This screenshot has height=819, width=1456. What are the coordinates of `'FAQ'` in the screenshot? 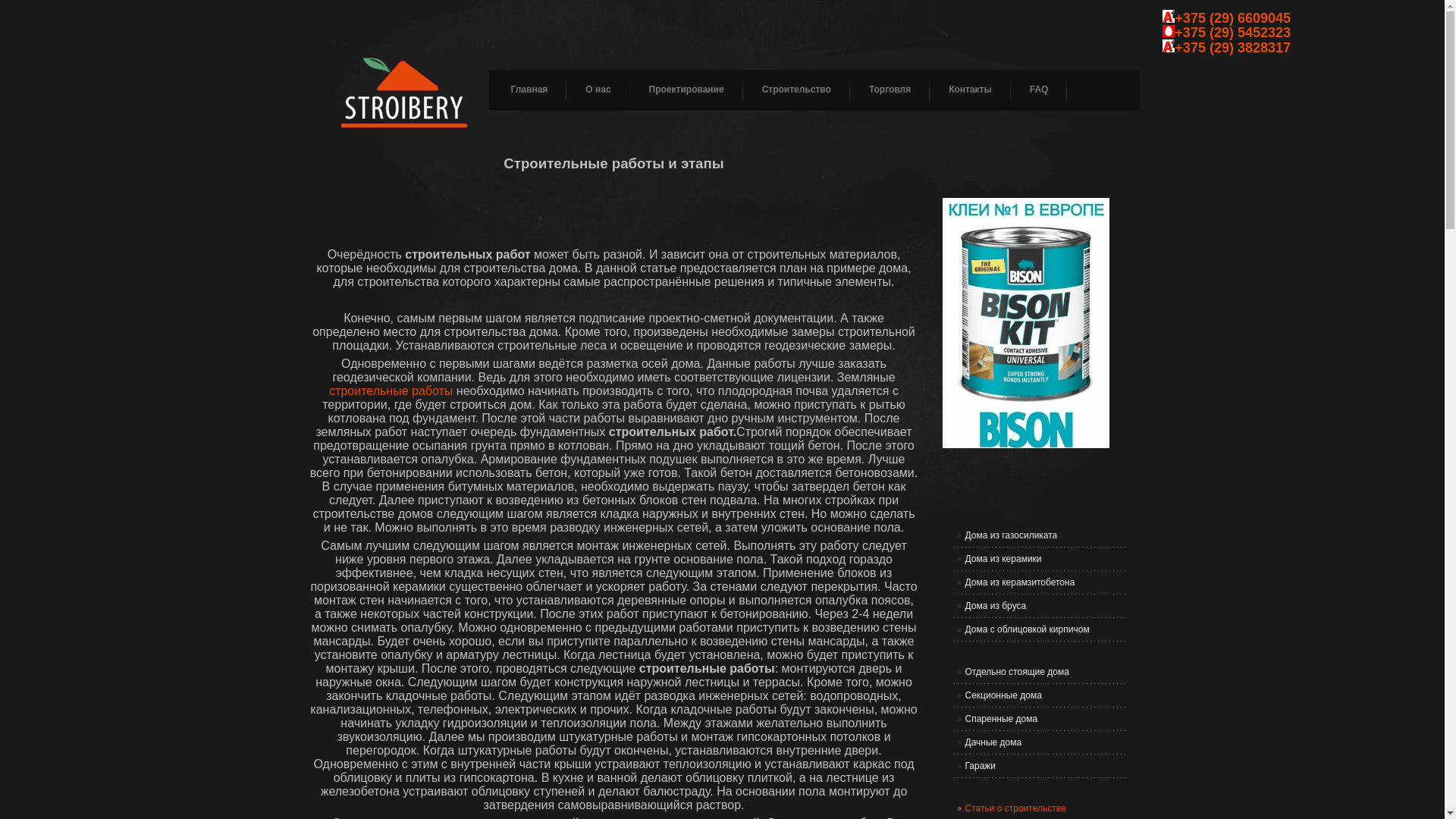 It's located at (1030, 89).